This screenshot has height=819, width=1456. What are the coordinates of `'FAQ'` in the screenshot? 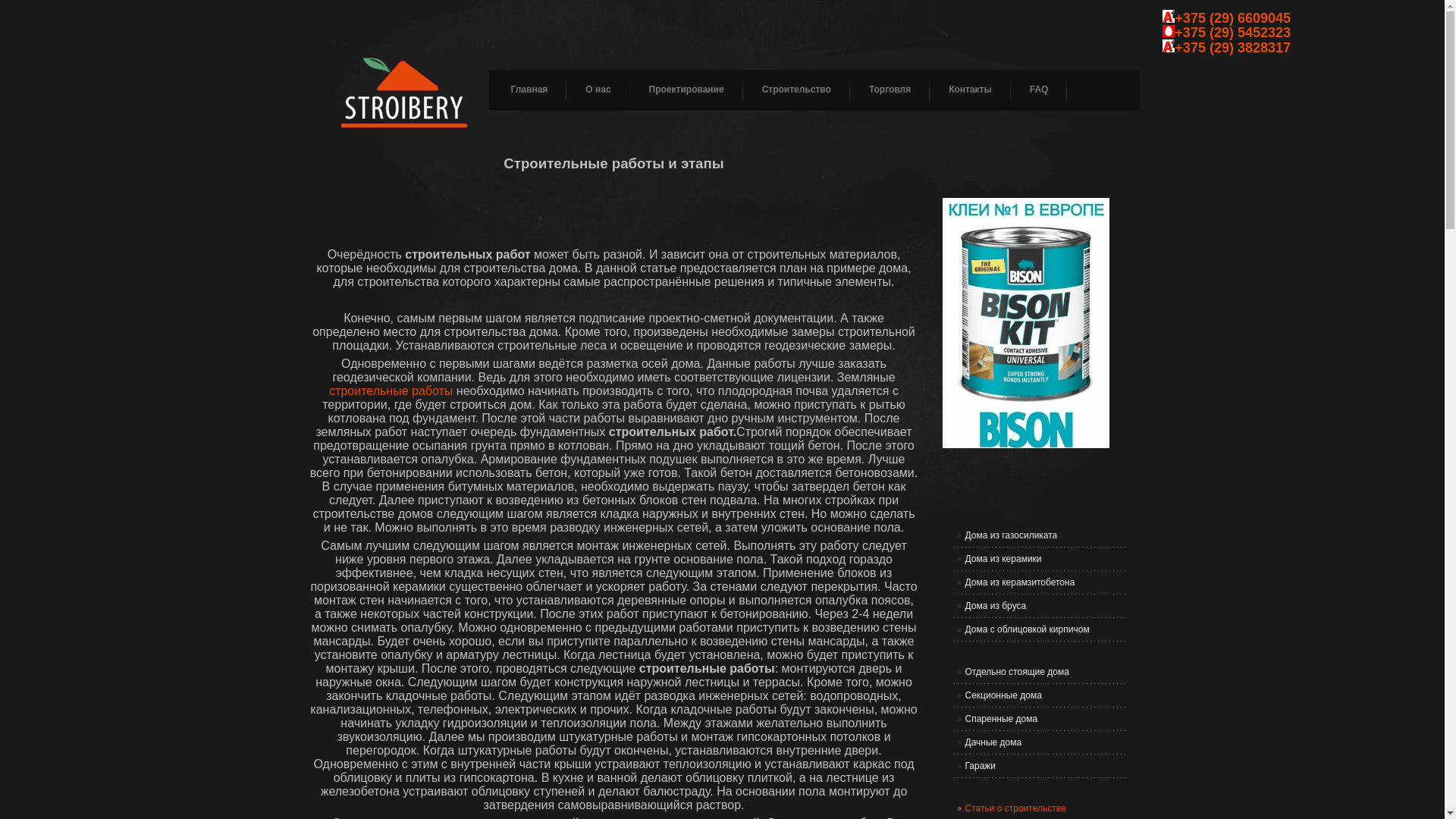 It's located at (1030, 89).